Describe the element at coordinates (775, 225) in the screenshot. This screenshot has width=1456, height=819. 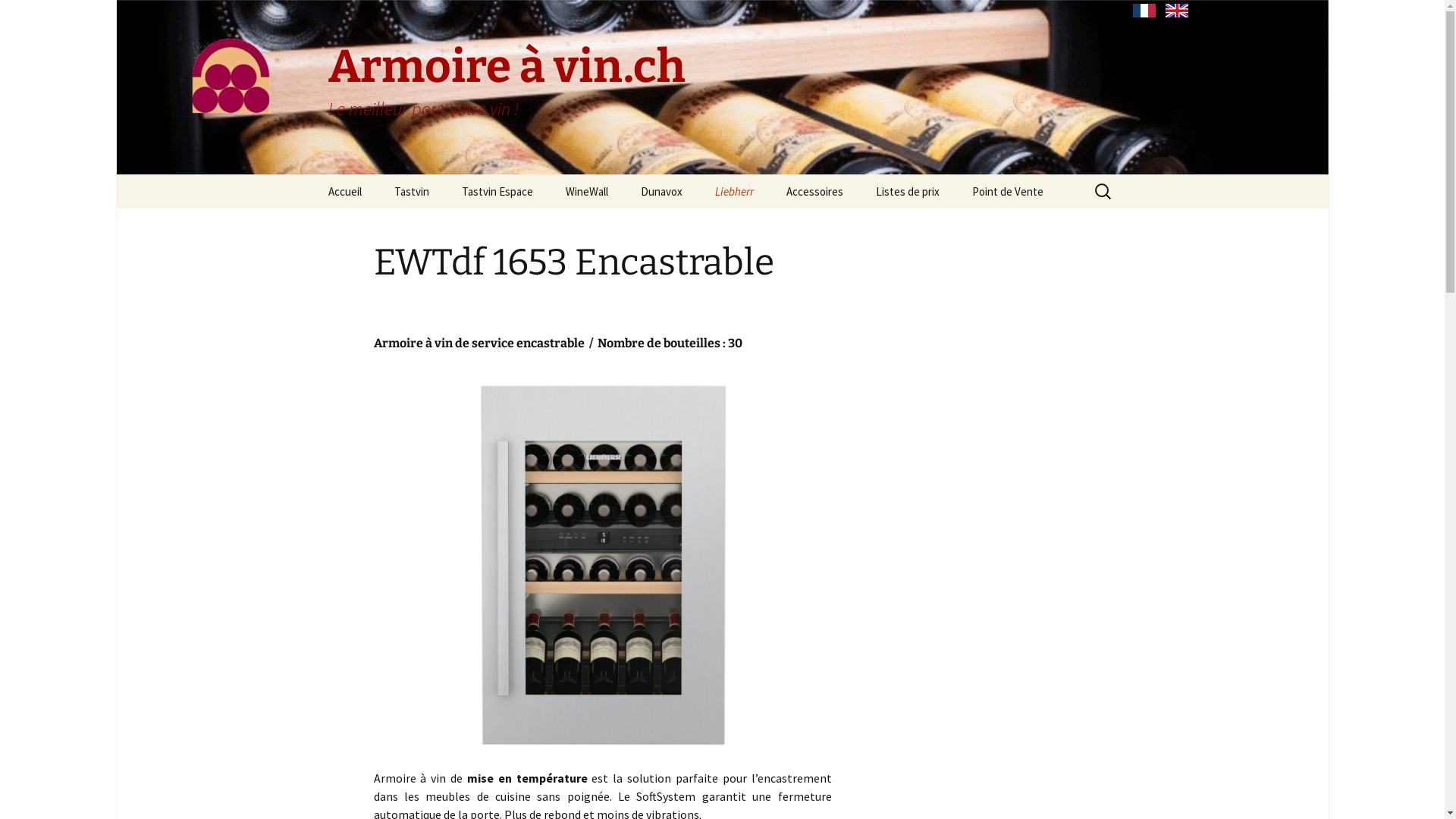
I see `'Liebherr Grand Cru'` at that location.